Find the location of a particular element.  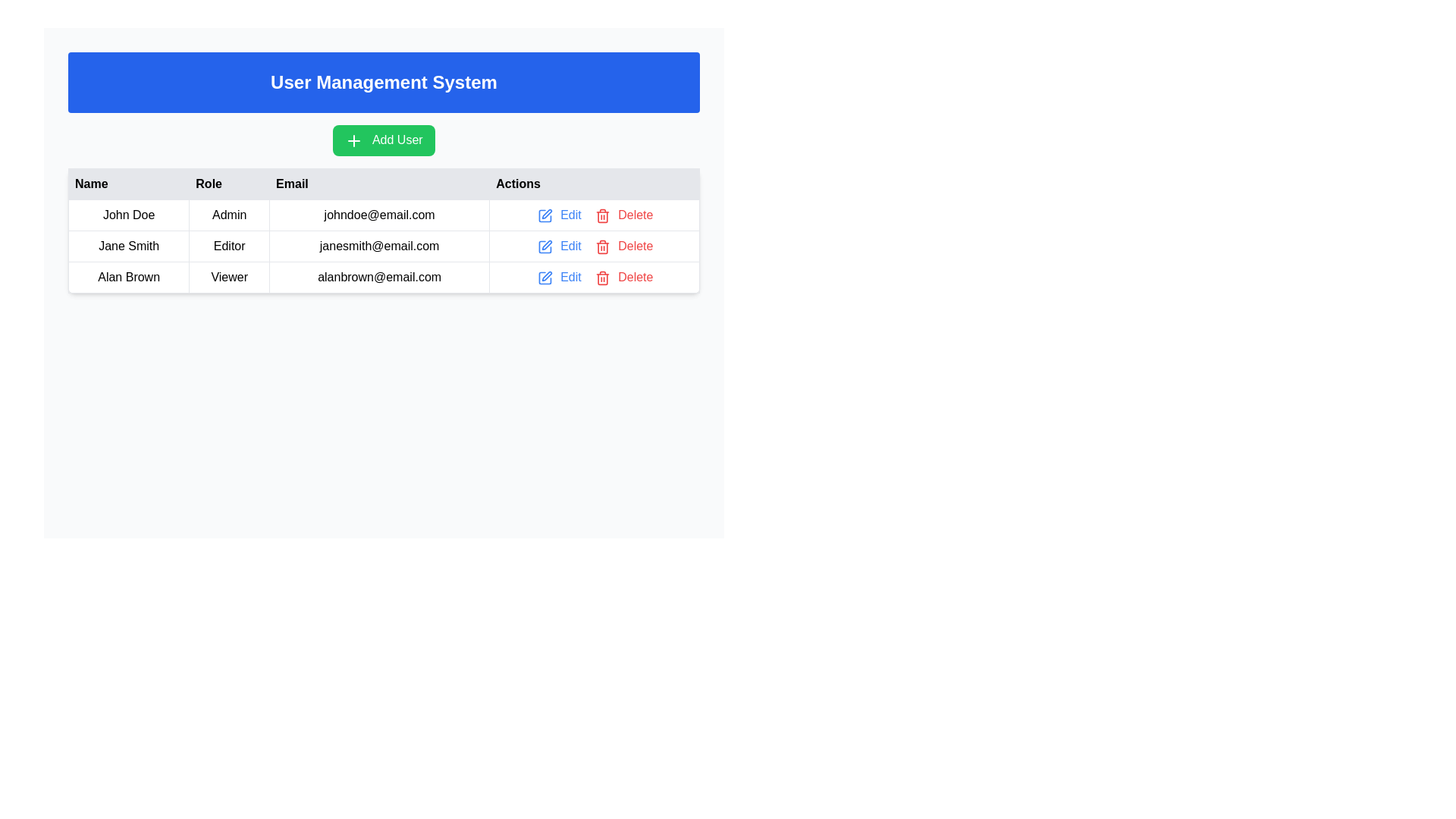

the non-interactive text label displaying the name 'John Doe' located in the first row and first column of the tabular layout under the 'Name' column heading is located at coordinates (129, 215).